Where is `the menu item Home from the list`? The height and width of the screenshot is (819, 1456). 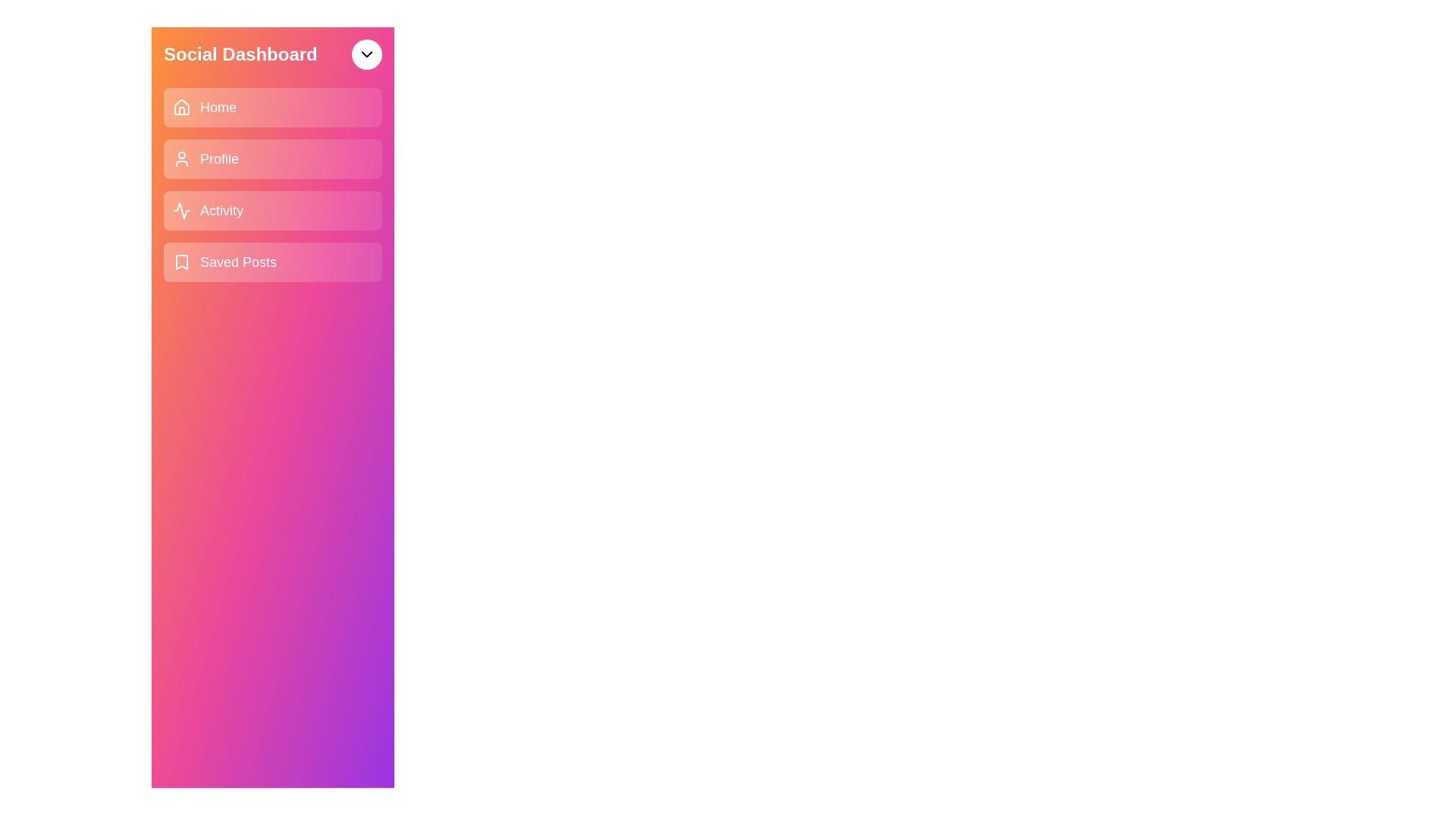
the menu item Home from the list is located at coordinates (273, 107).